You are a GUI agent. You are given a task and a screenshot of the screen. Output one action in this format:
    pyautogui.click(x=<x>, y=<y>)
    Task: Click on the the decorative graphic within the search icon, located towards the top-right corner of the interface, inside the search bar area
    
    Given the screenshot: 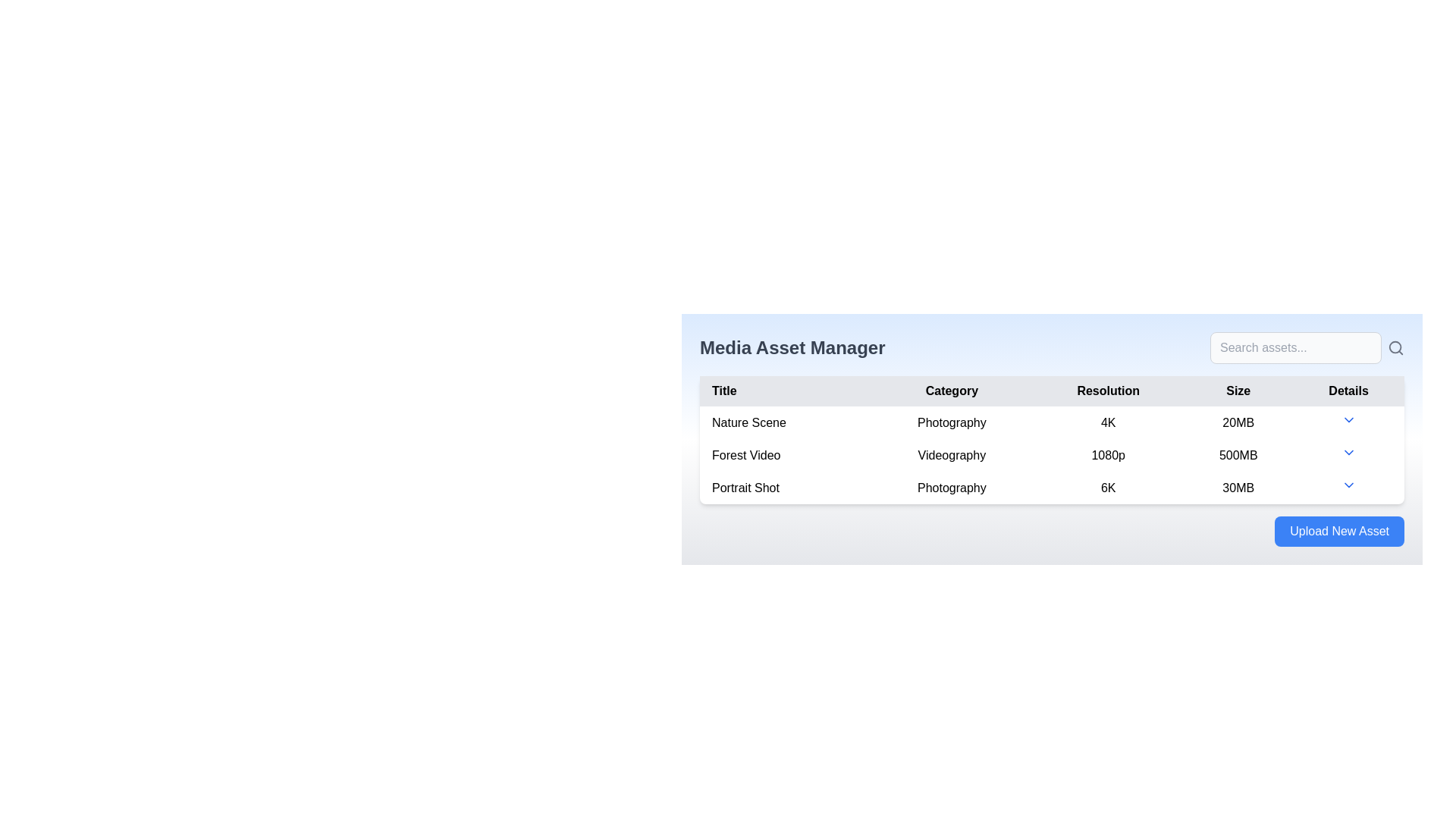 What is the action you would take?
    pyautogui.click(x=1395, y=347)
    